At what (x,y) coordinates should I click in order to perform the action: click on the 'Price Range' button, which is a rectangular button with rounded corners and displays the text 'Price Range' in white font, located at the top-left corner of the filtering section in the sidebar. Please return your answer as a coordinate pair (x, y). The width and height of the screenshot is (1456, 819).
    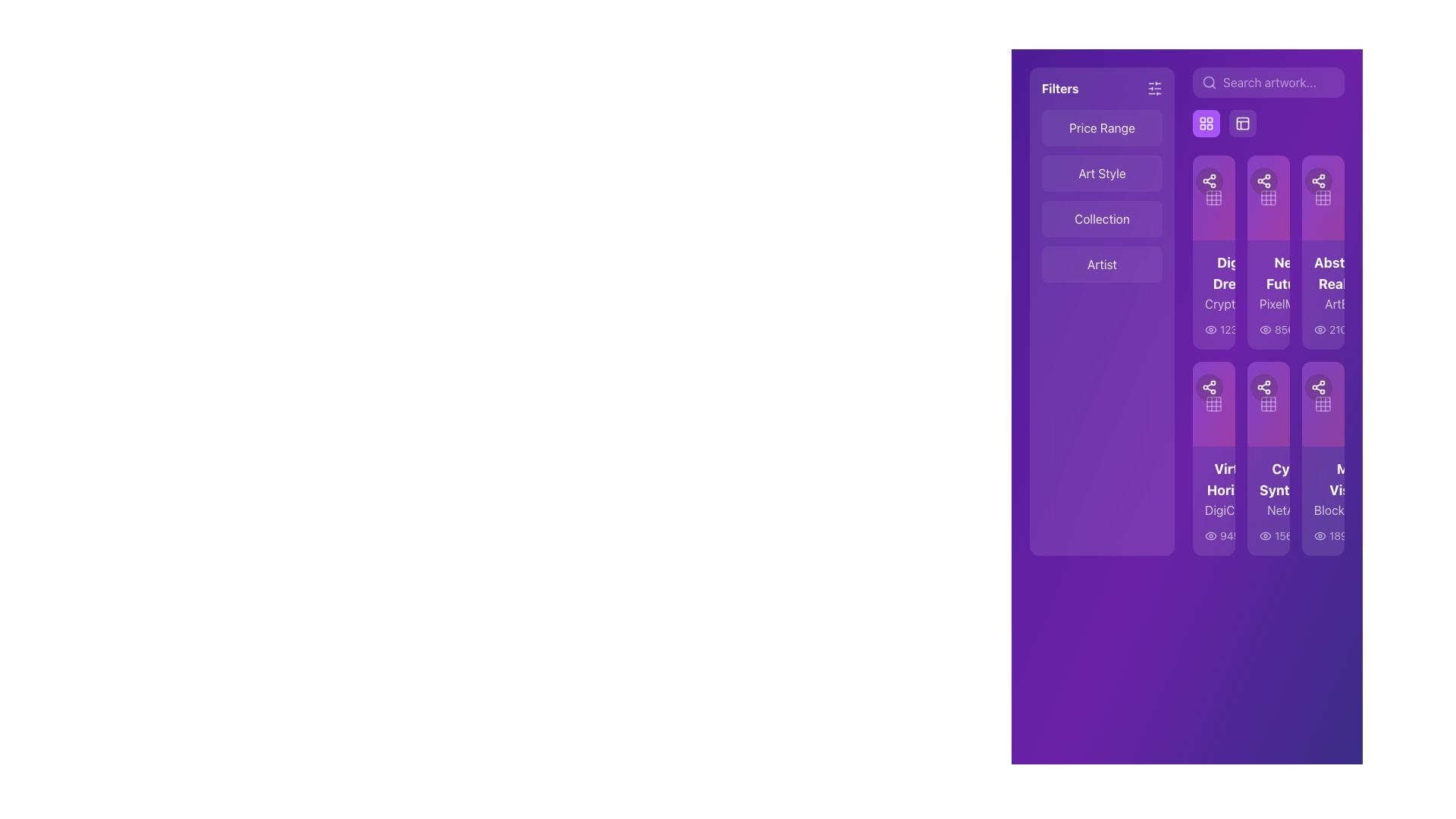
    Looking at the image, I should click on (1102, 127).